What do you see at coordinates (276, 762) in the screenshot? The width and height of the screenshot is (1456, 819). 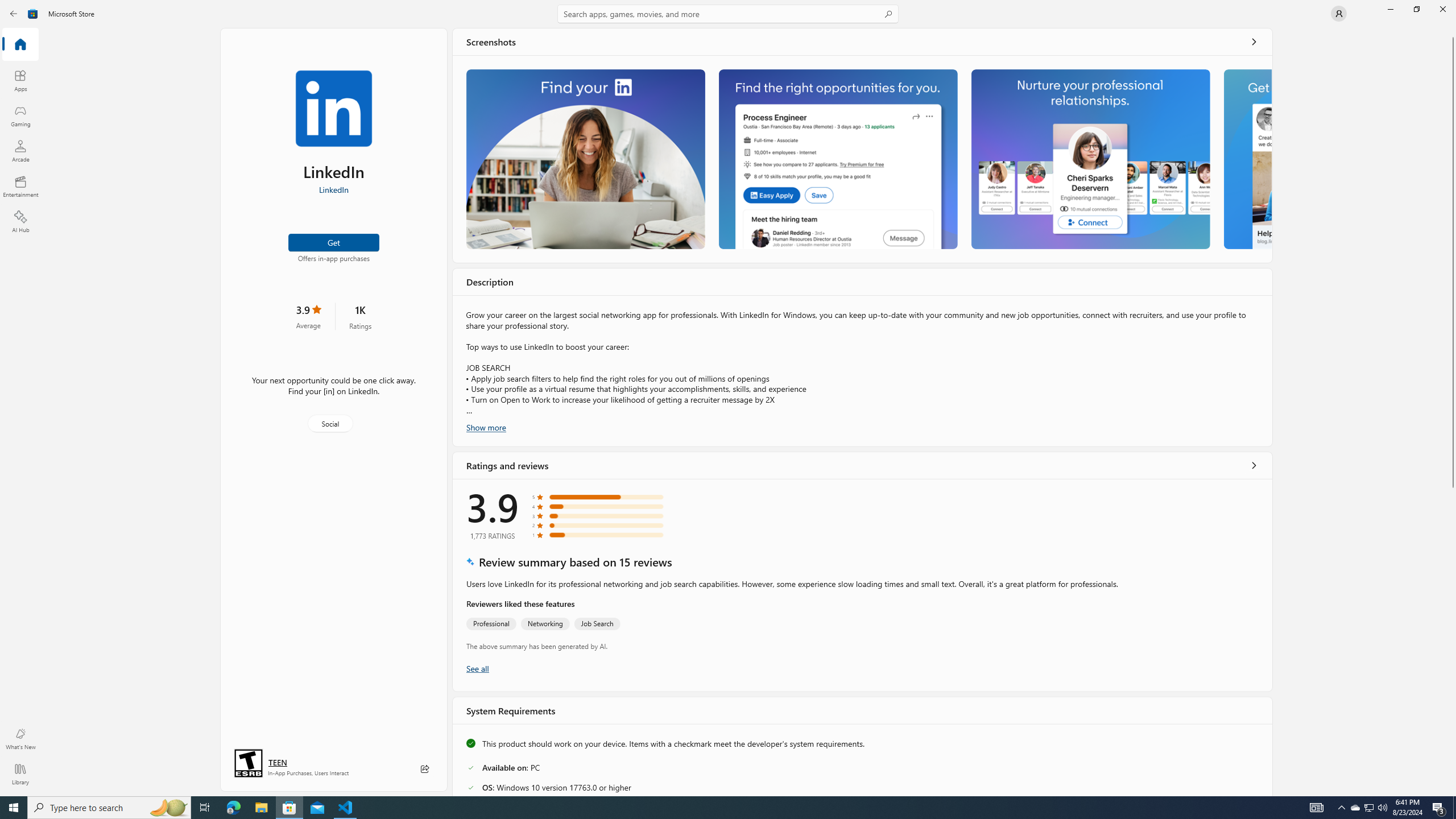 I see `'Age rating: TEEN. Click for more information.'` at bounding box center [276, 762].